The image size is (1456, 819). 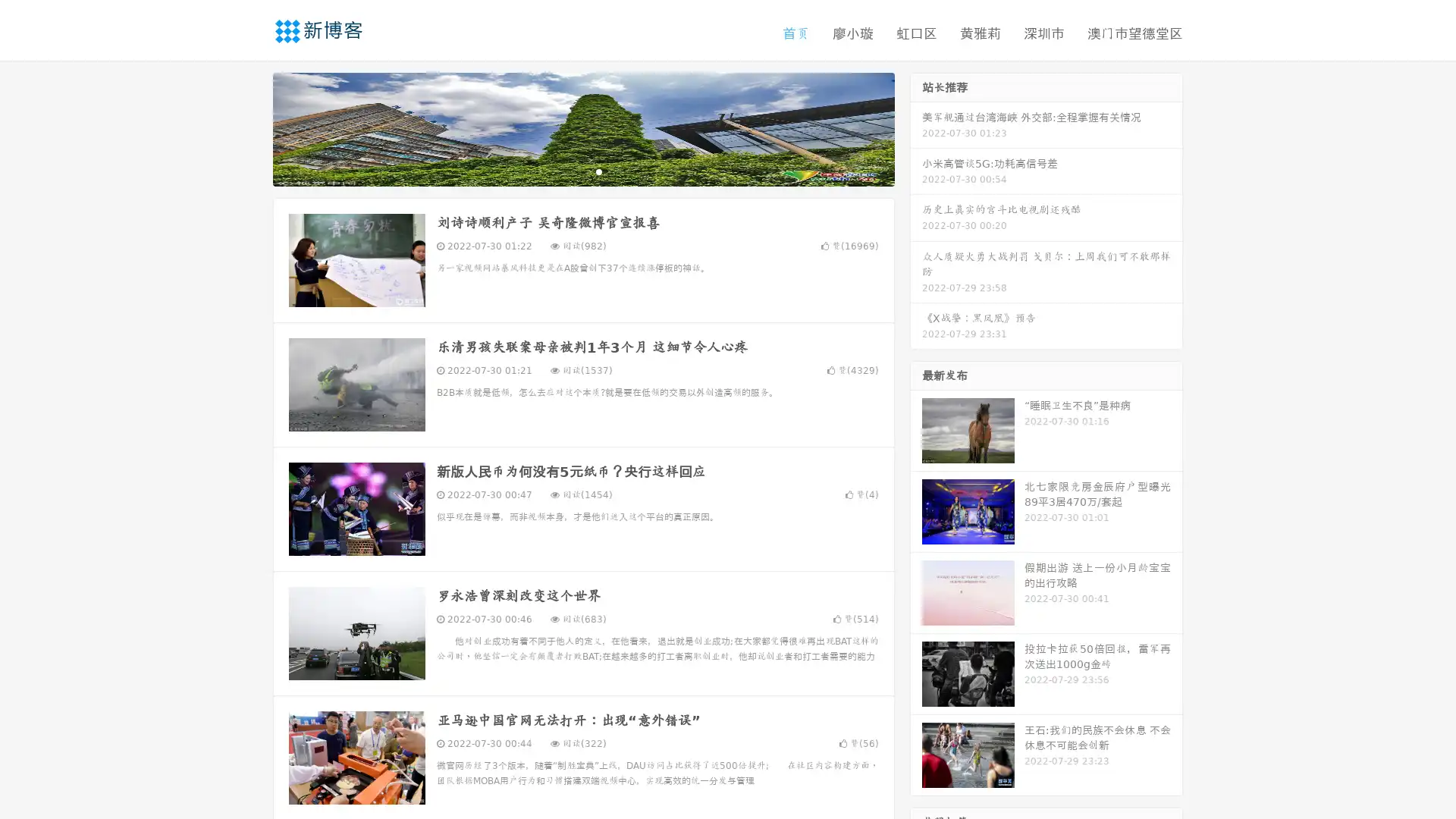 What do you see at coordinates (598, 171) in the screenshot?
I see `Go to slide 3` at bounding box center [598, 171].